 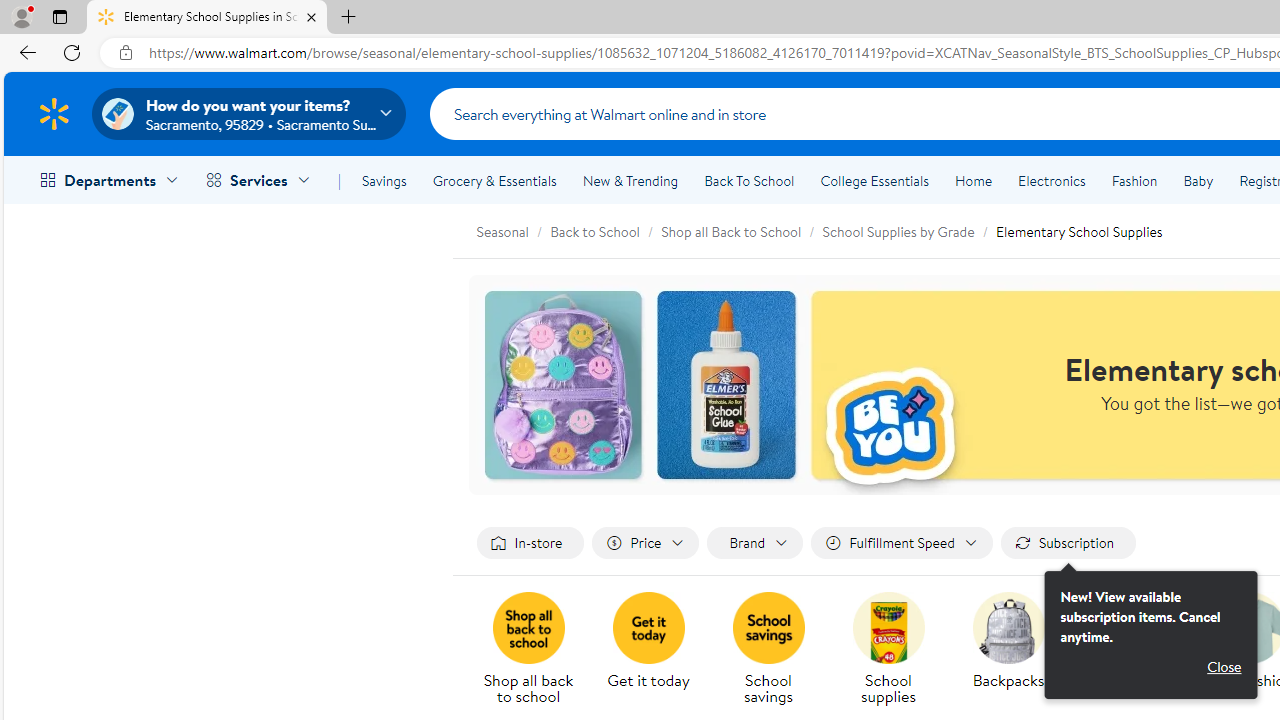 What do you see at coordinates (754, 543) in the screenshot?
I see `'Filter by Brand not applied, activate to change'` at bounding box center [754, 543].